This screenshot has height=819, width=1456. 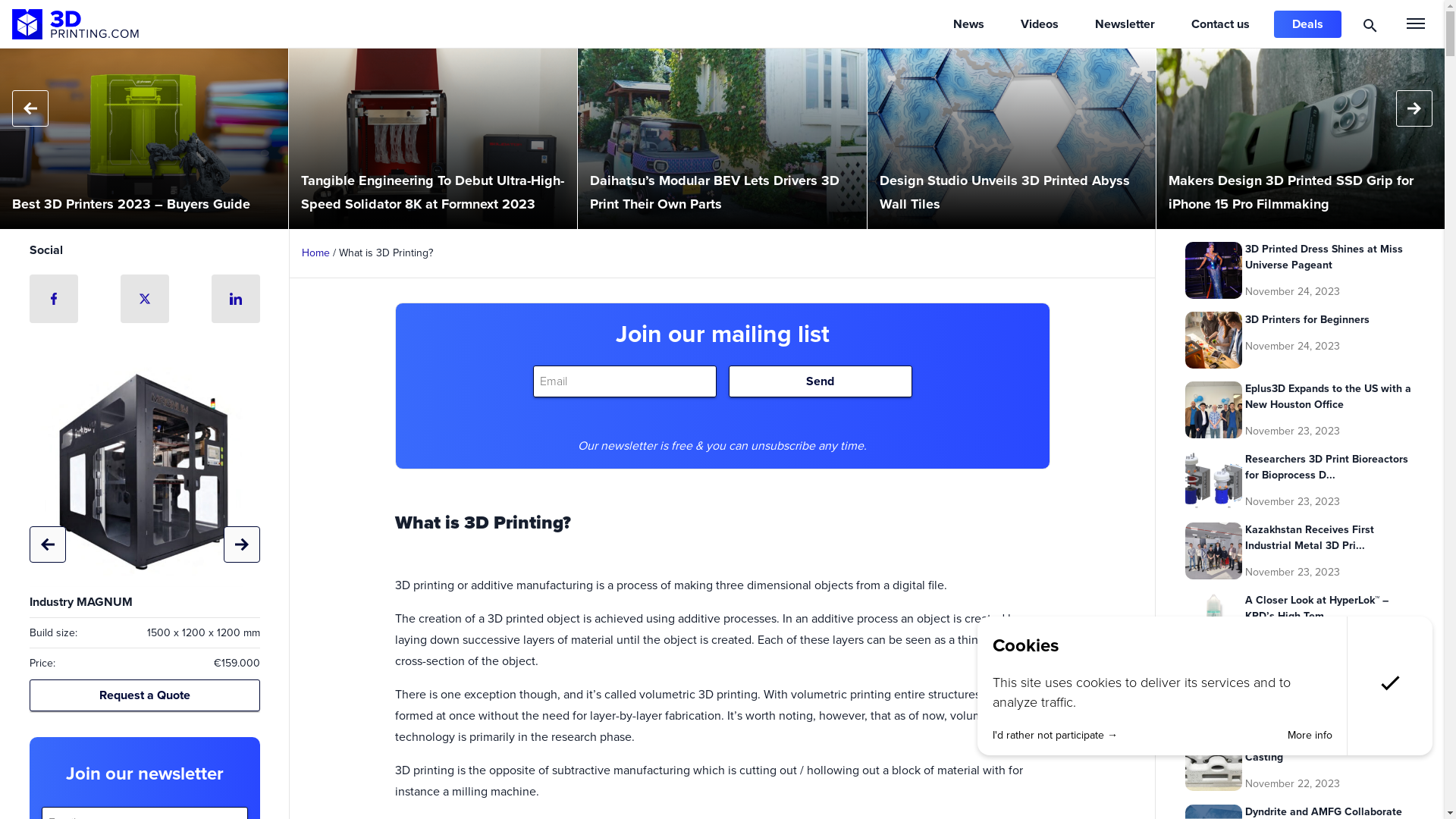 I want to click on 'Videos', so click(x=1039, y=24).